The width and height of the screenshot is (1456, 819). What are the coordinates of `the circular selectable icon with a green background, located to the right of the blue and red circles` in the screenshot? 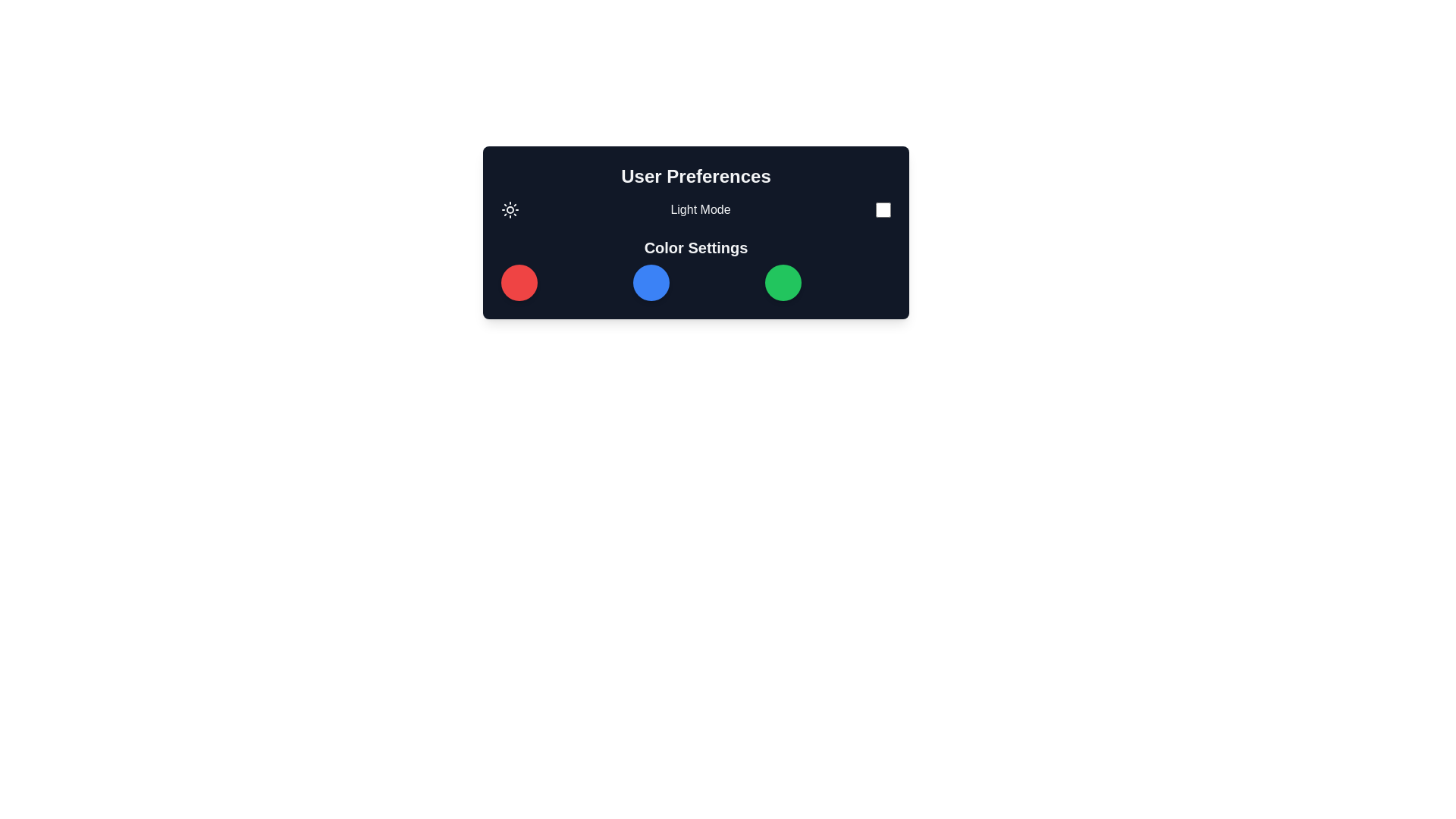 It's located at (783, 283).